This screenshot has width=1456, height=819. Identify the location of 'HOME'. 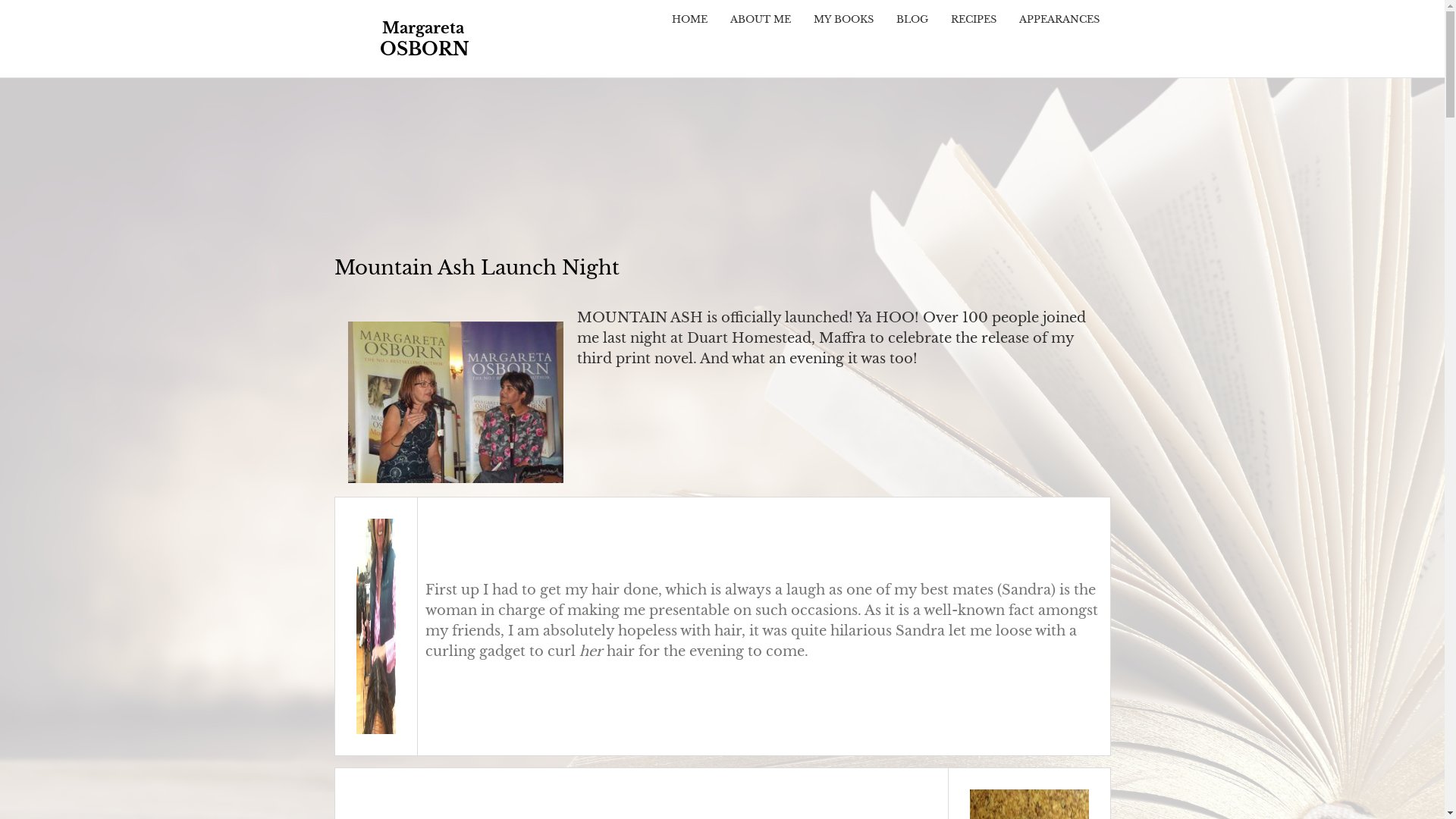
(688, 19).